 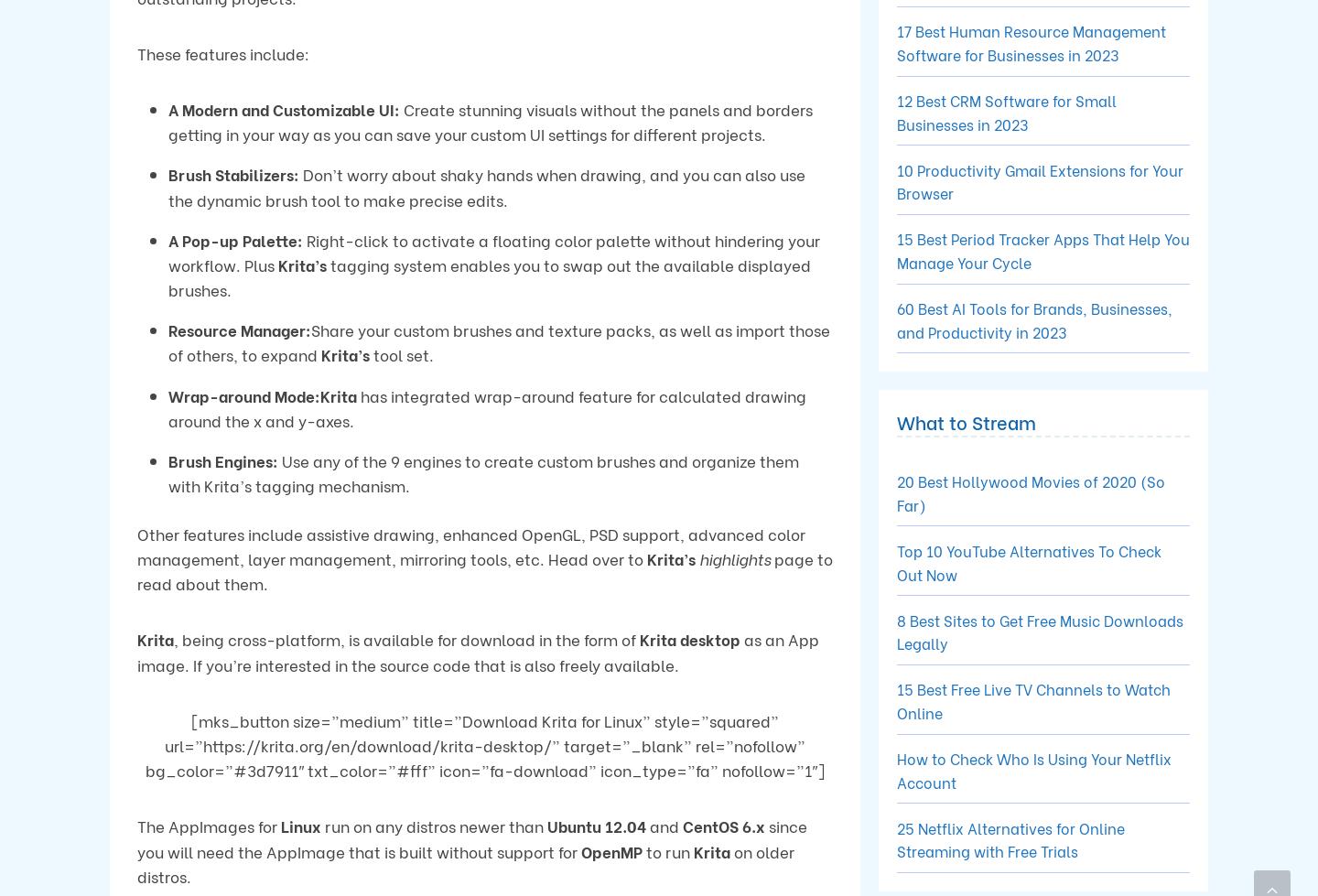 What do you see at coordinates (406, 638) in the screenshot?
I see `', being cross-platform, is available for download in the form of'` at bounding box center [406, 638].